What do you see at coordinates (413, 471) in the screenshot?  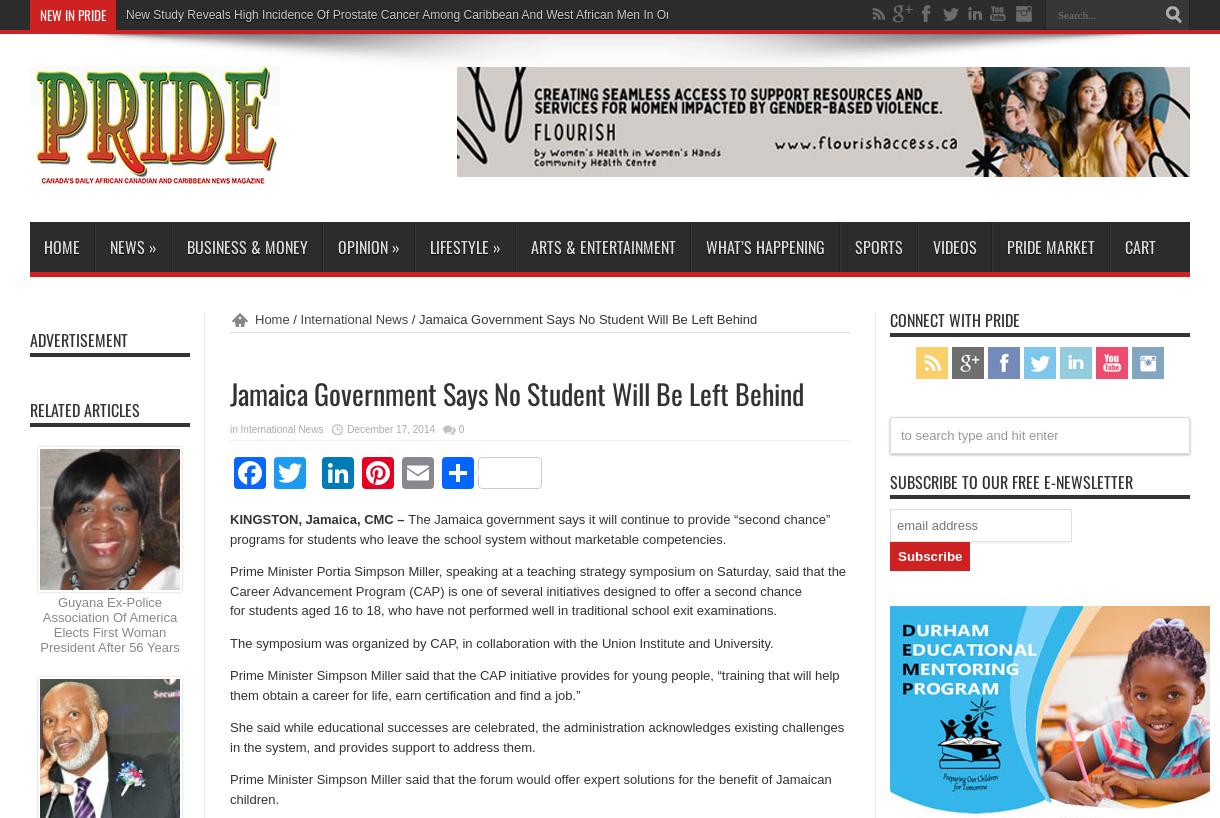 I see `'LinkedIn'` at bounding box center [413, 471].